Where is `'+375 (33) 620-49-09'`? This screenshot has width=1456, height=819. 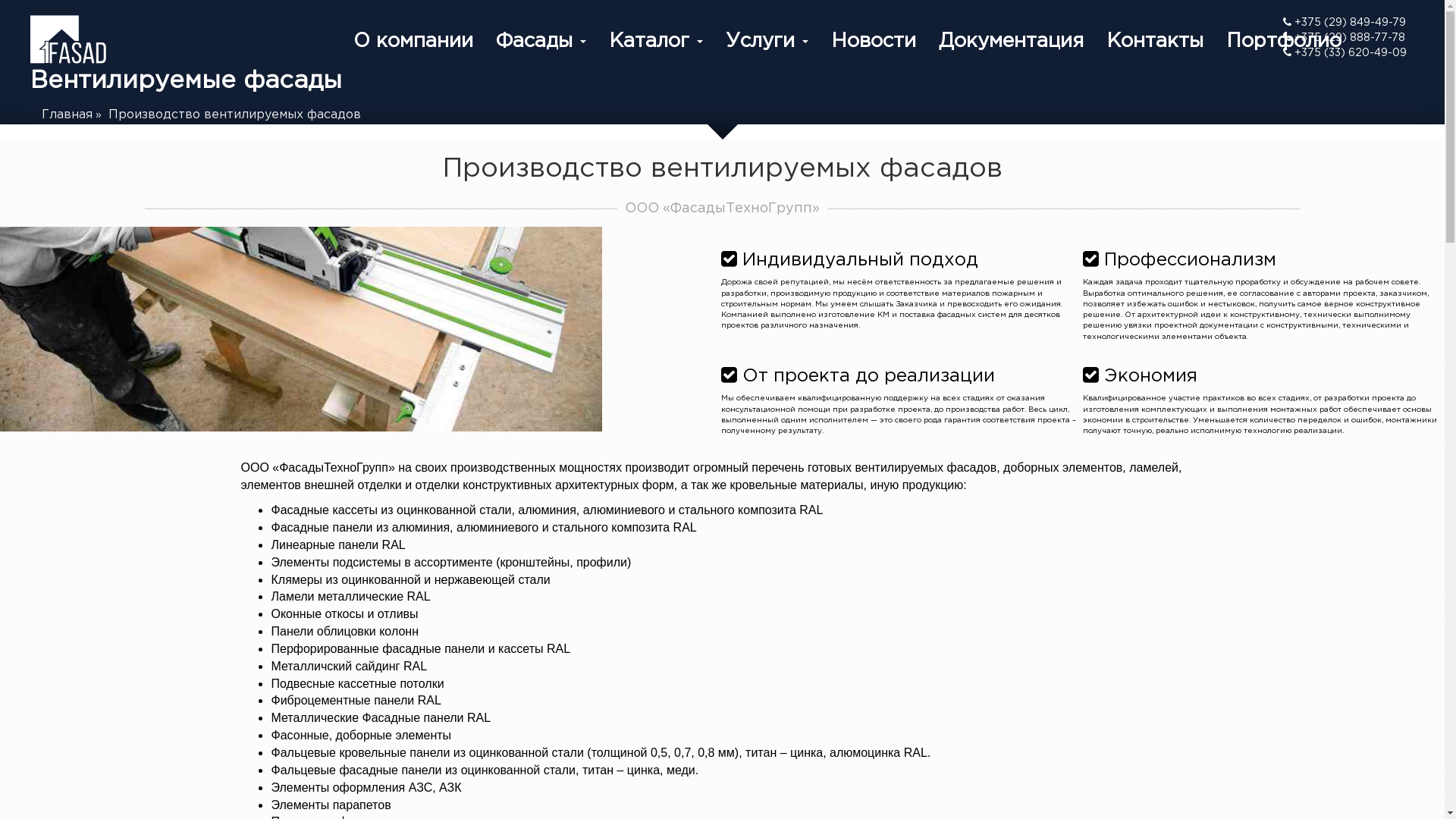 '+375 (33) 620-49-09' is located at coordinates (1282, 52).